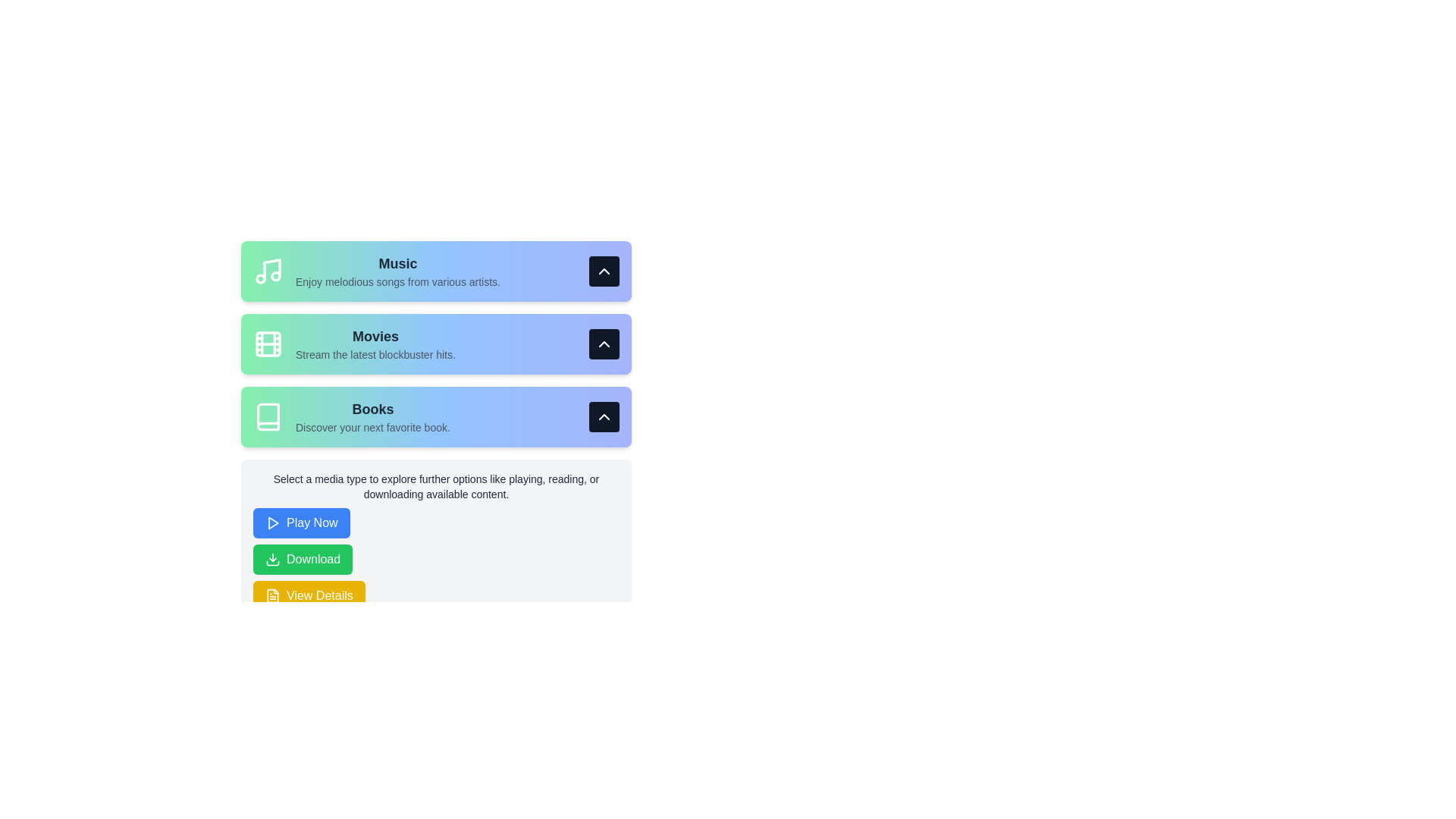 The height and width of the screenshot is (819, 1456). I want to click on the play icon located to the left of the 'Play Now' button's text, which serves as an actionable cue for initiating a play action, so click(273, 522).